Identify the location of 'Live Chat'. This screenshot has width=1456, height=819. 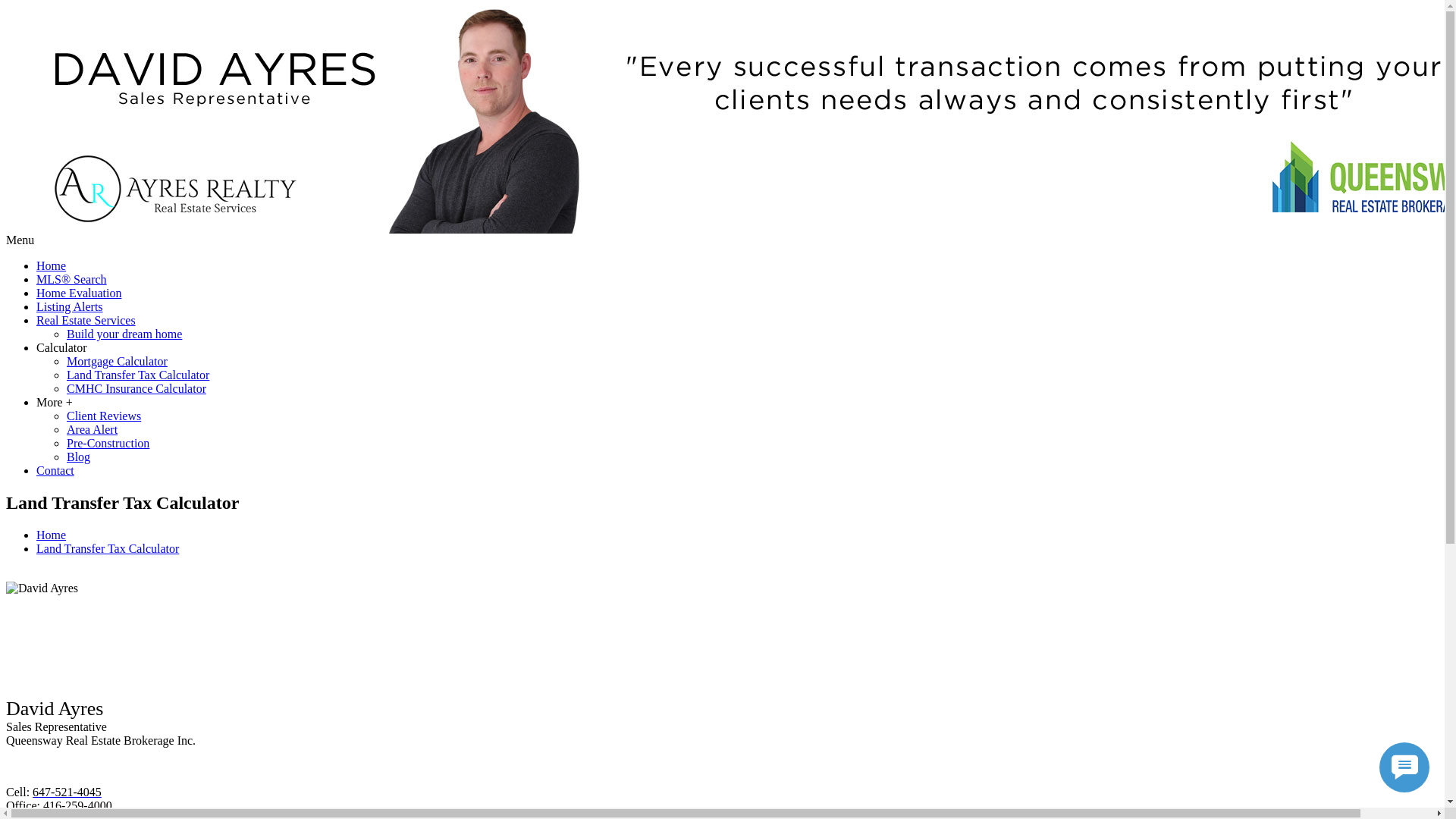
(1404, 767).